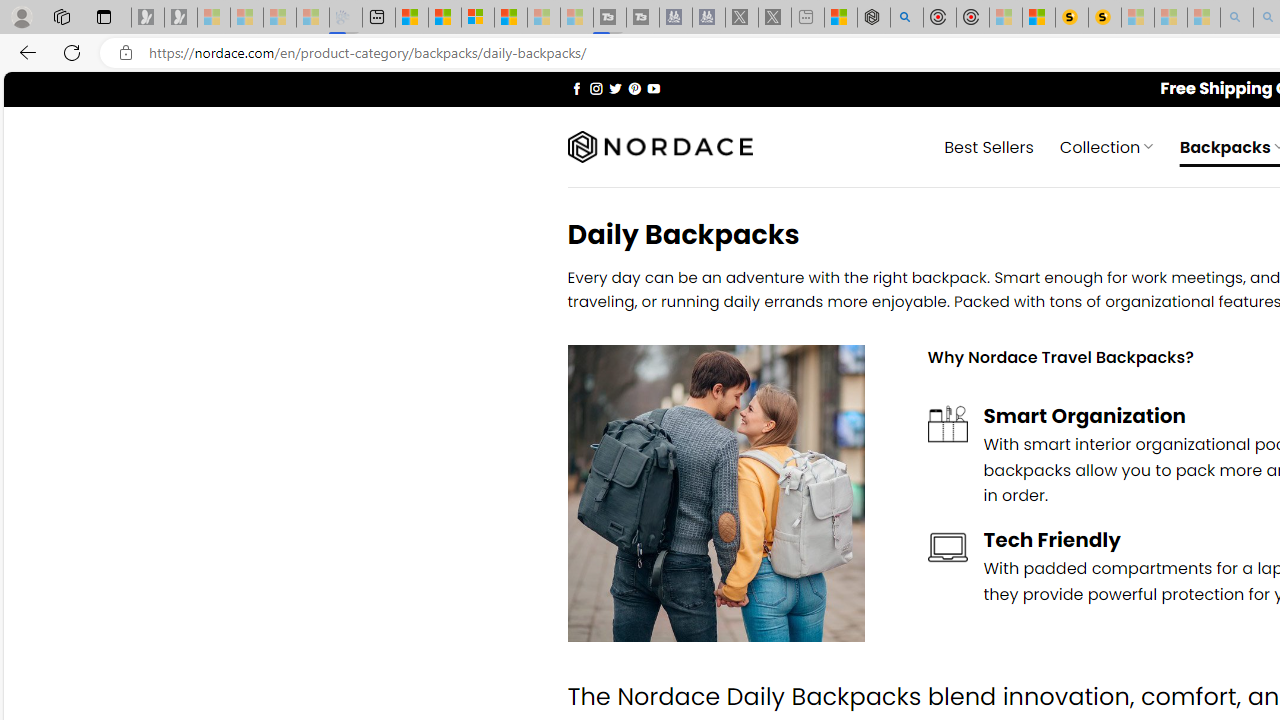  Describe the element at coordinates (595, 87) in the screenshot. I see `'Follow on Instagram'` at that location.